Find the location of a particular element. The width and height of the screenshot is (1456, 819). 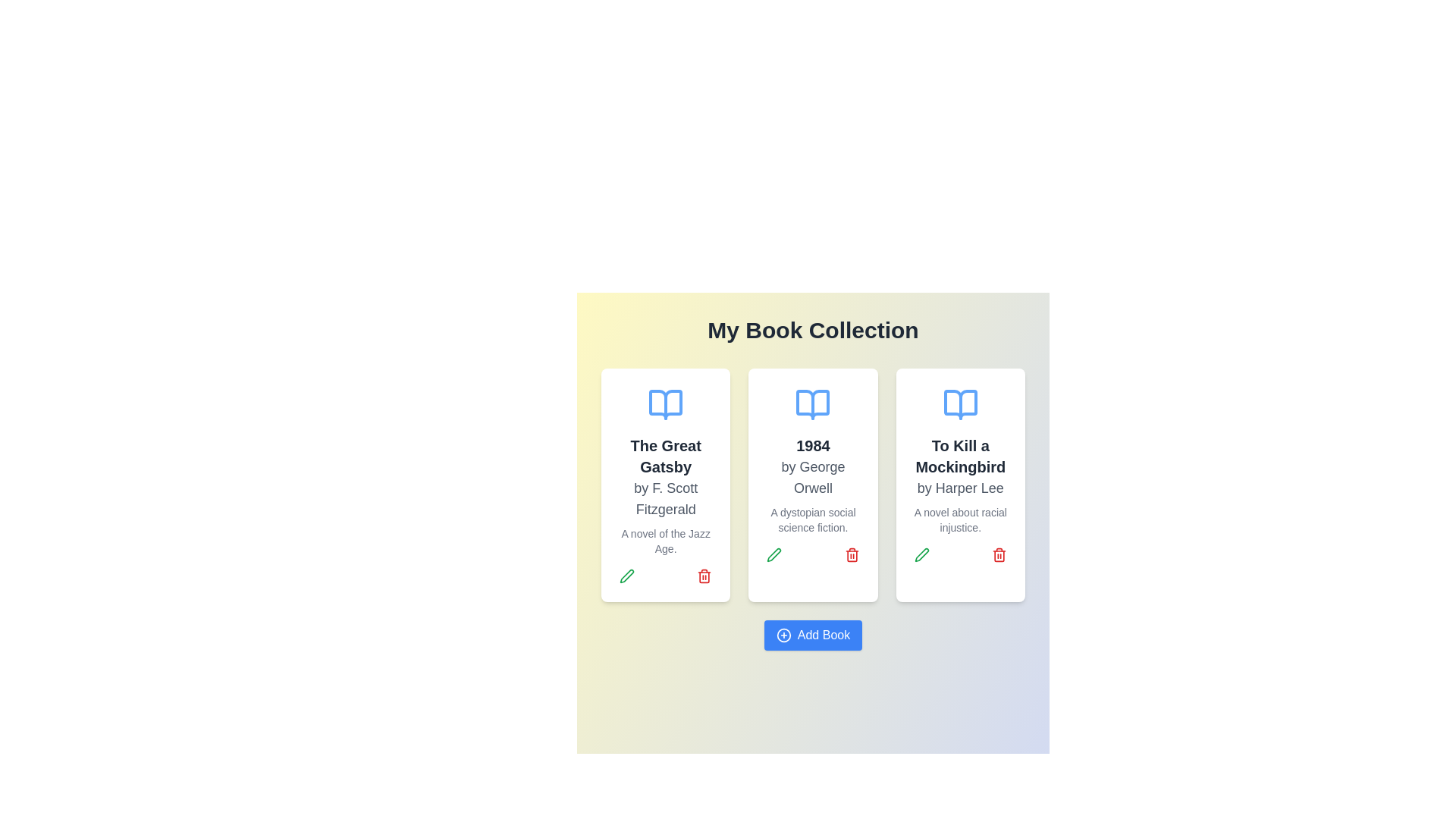

the descriptive text label located in the third book card, beneath the title 'To Kill a Mockingbird' and above the interactive options is located at coordinates (959, 519).